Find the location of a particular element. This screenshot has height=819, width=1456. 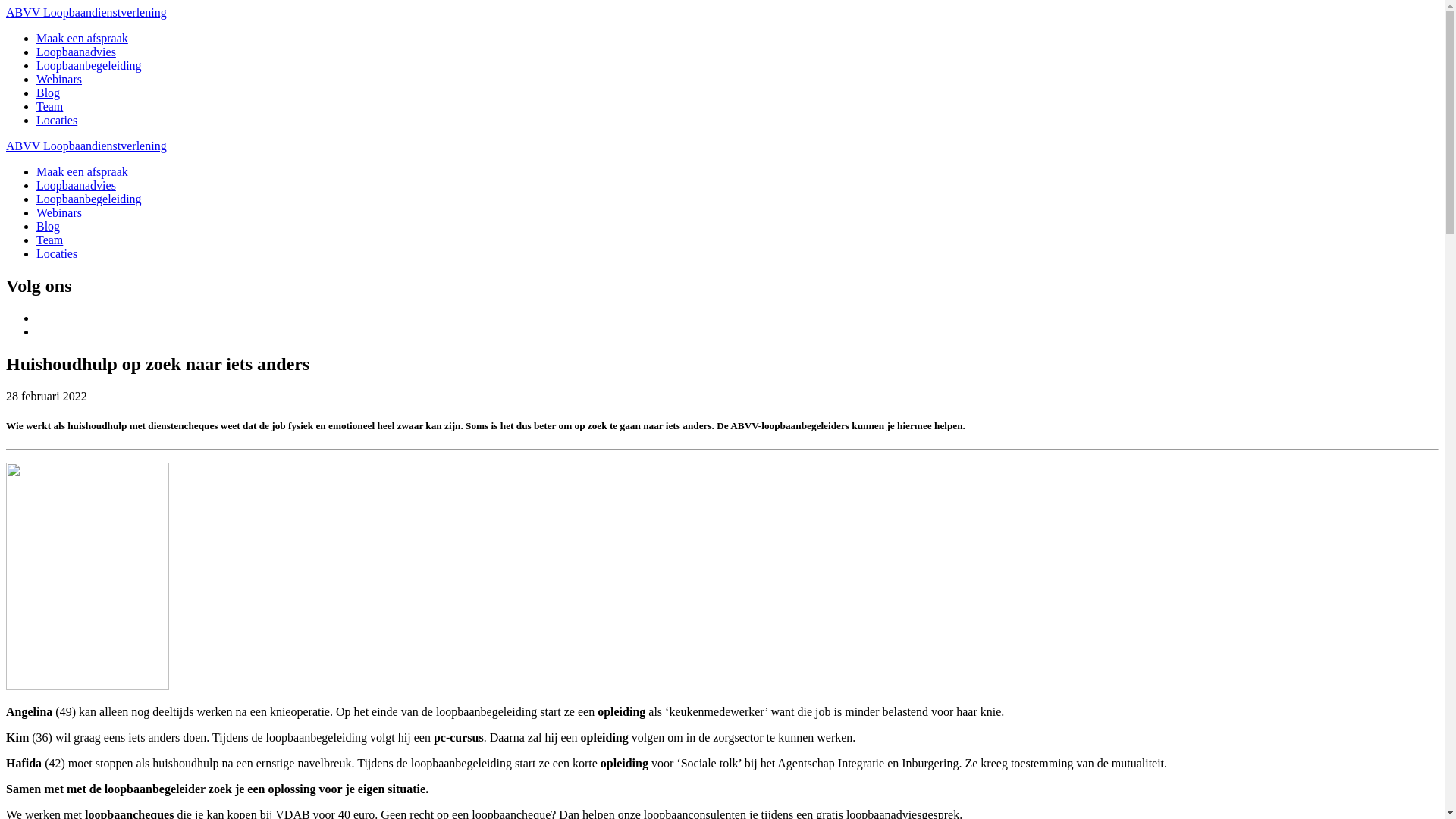

'Team' is located at coordinates (49, 239).